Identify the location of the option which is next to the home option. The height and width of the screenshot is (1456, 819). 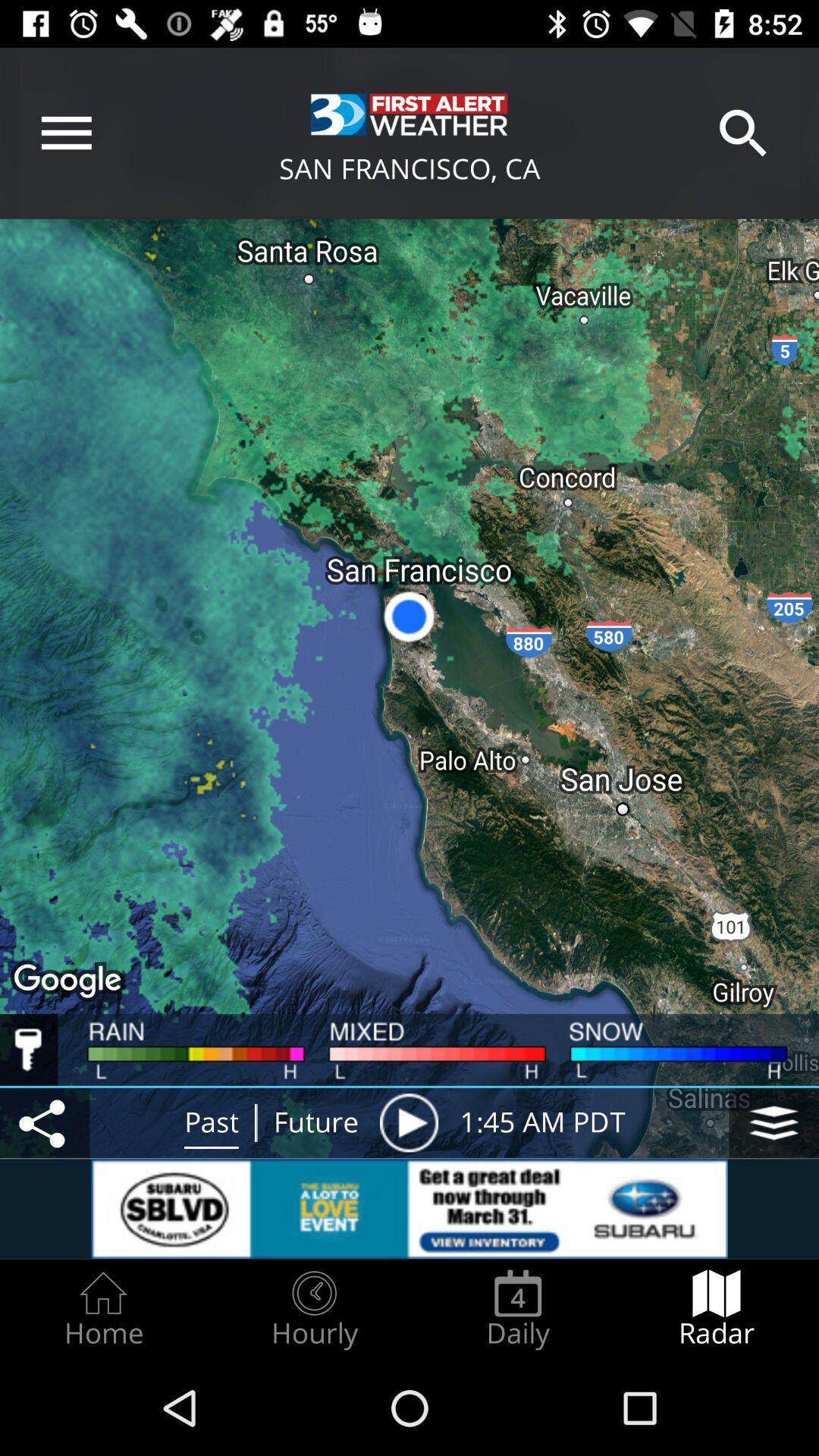
(314, 1309).